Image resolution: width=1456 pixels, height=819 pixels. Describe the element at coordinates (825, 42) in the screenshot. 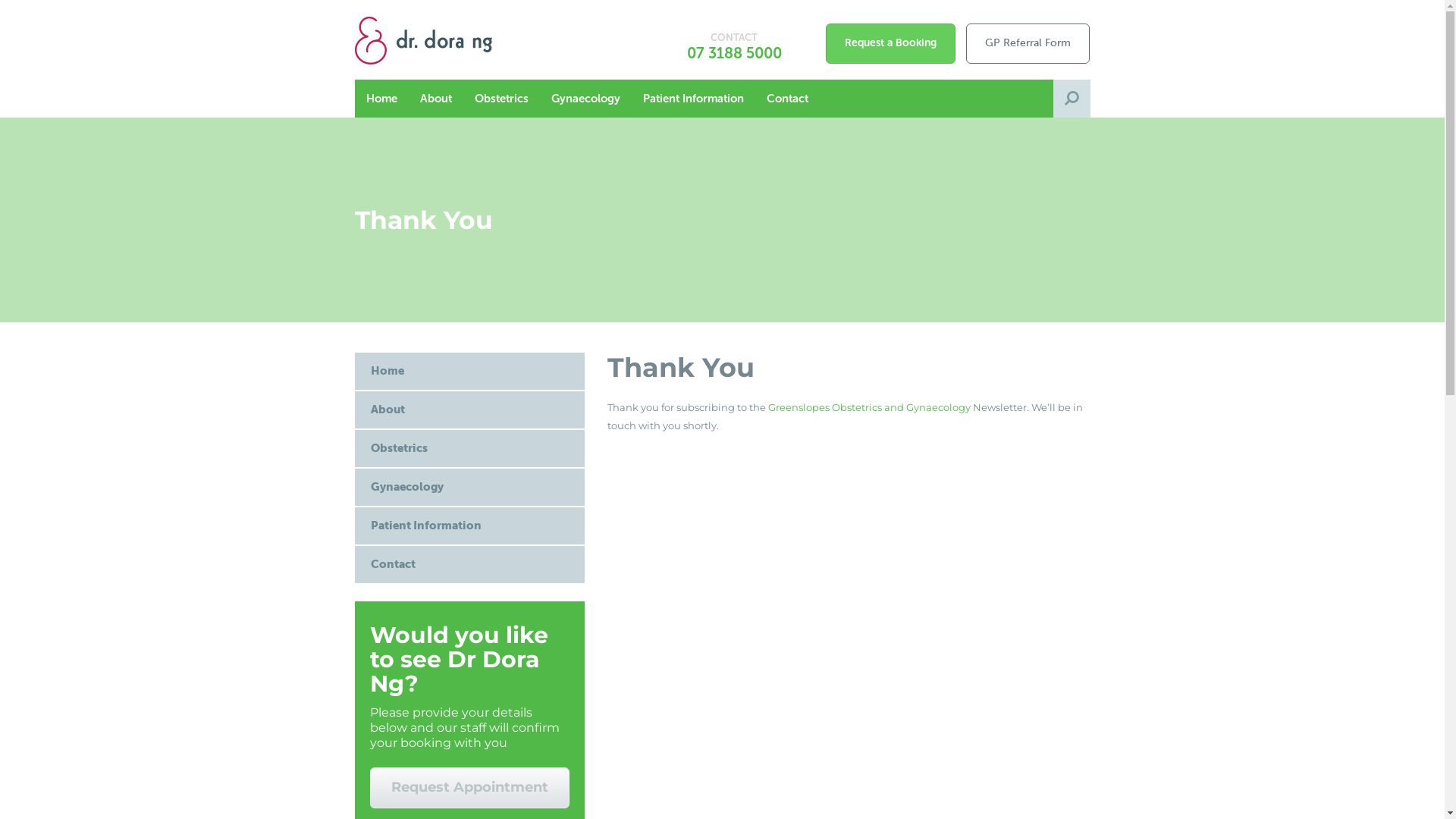

I see `'Request a Booking'` at that location.